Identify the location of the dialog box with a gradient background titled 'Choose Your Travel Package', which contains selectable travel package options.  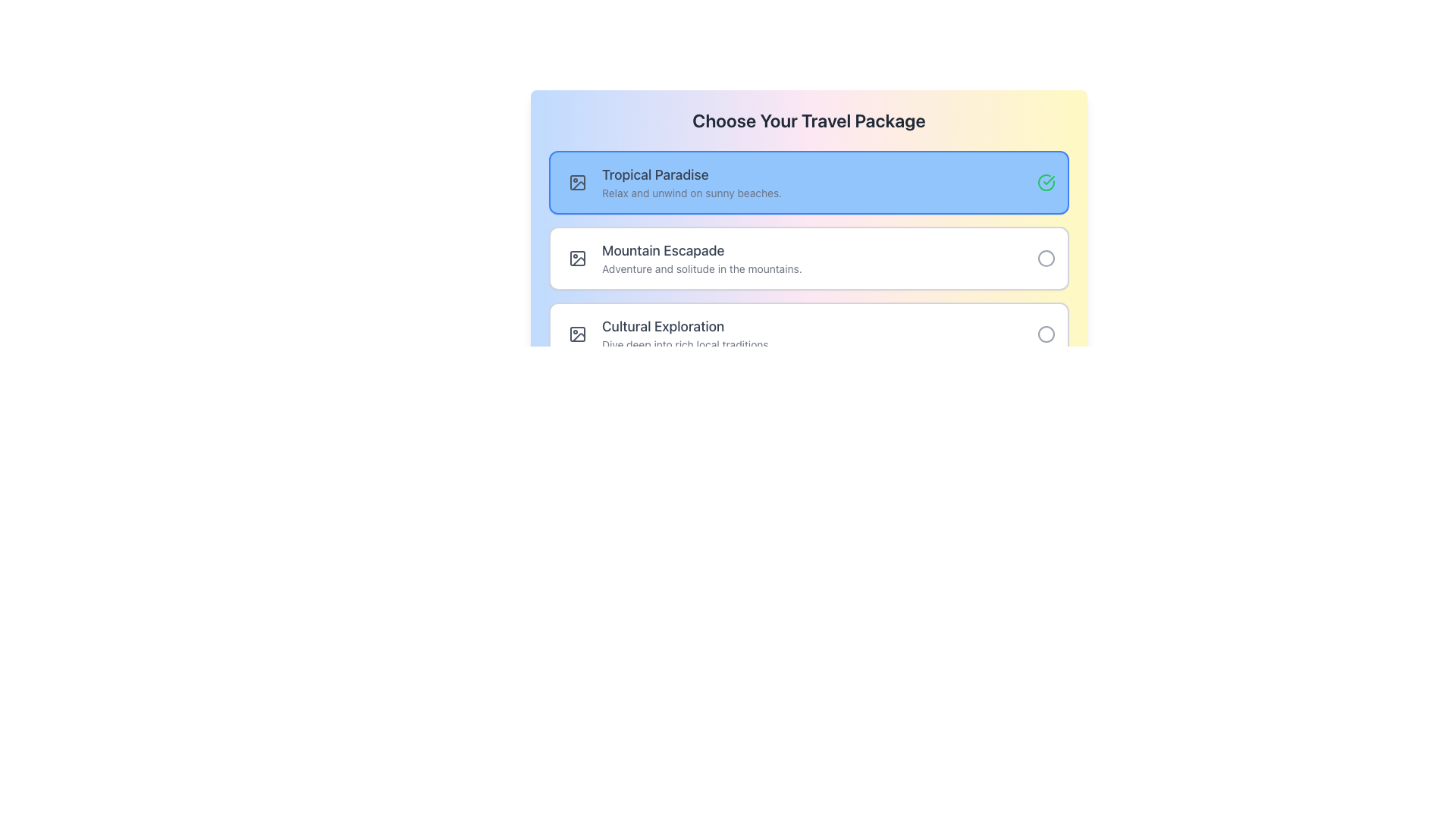
(808, 254).